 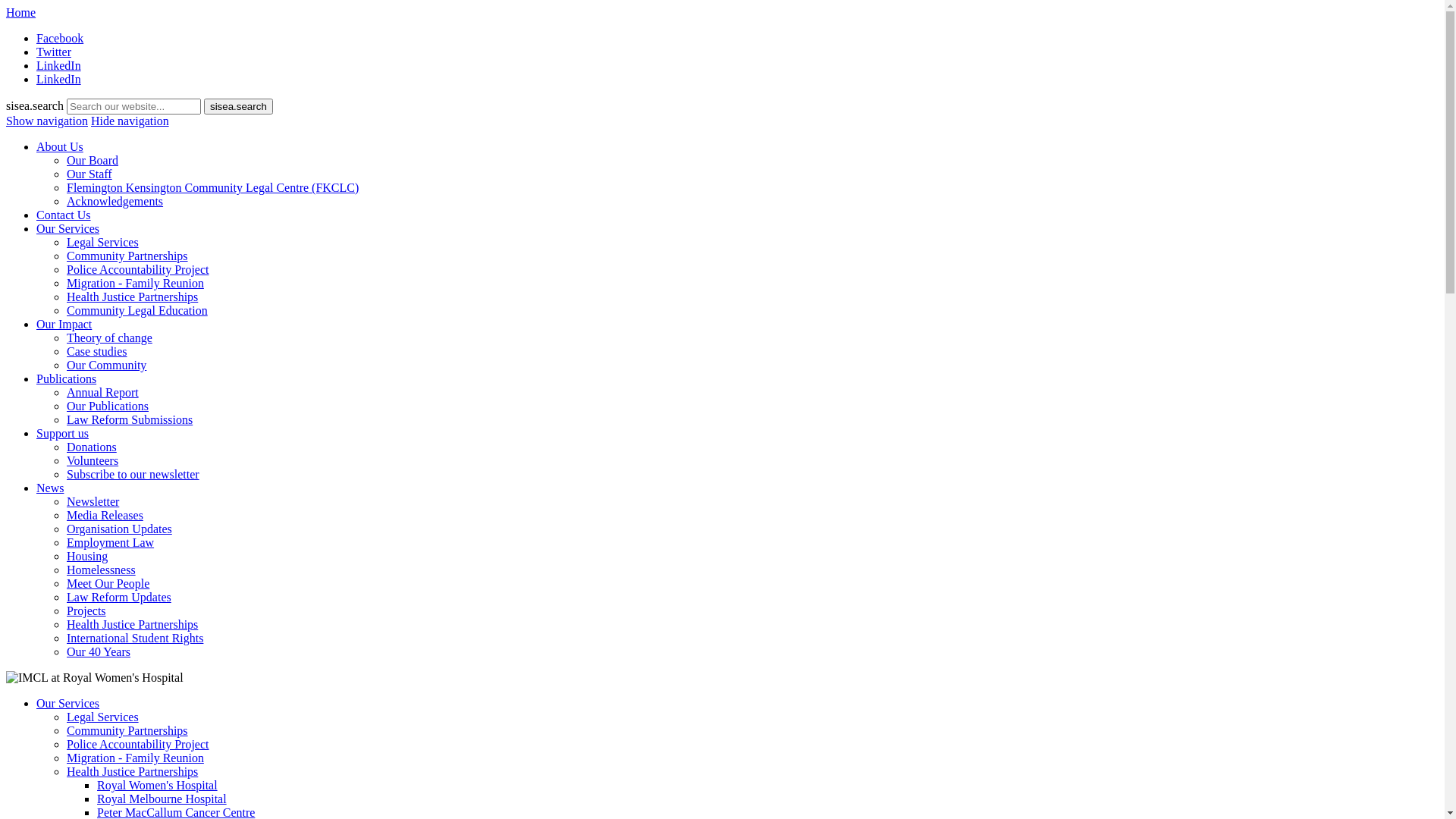 I want to click on 'LinkedIn', so click(x=58, y=79).